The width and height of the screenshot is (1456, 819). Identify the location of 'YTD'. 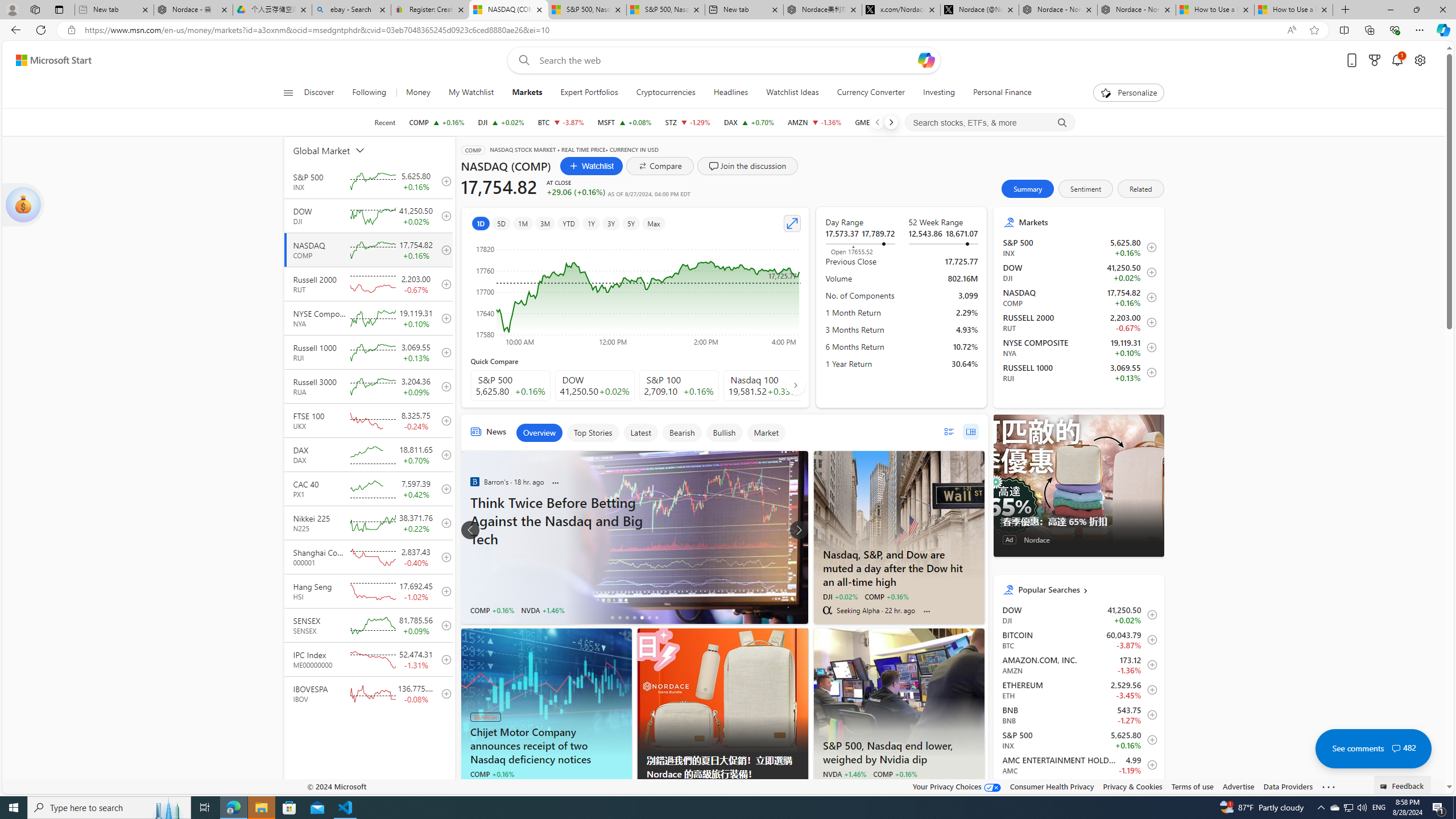
(568, 223).